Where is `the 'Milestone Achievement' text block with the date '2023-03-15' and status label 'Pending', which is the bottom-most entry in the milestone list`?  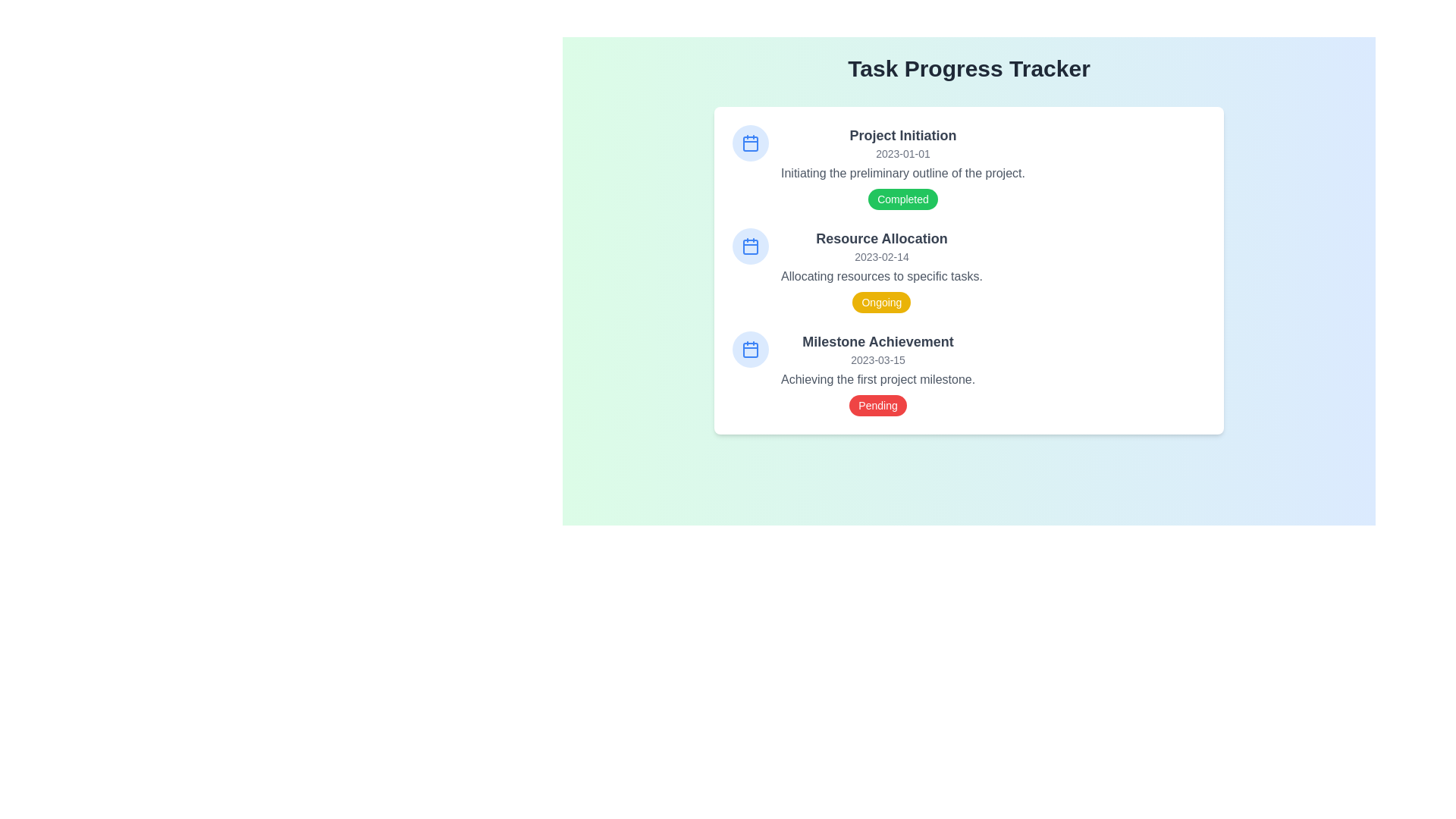 the 'Milestone Achievement' text block with the date '2023-03-15' and status label 'Pending', which is the bottom-most entry in the milestone list is located at coordinates (878, 374).